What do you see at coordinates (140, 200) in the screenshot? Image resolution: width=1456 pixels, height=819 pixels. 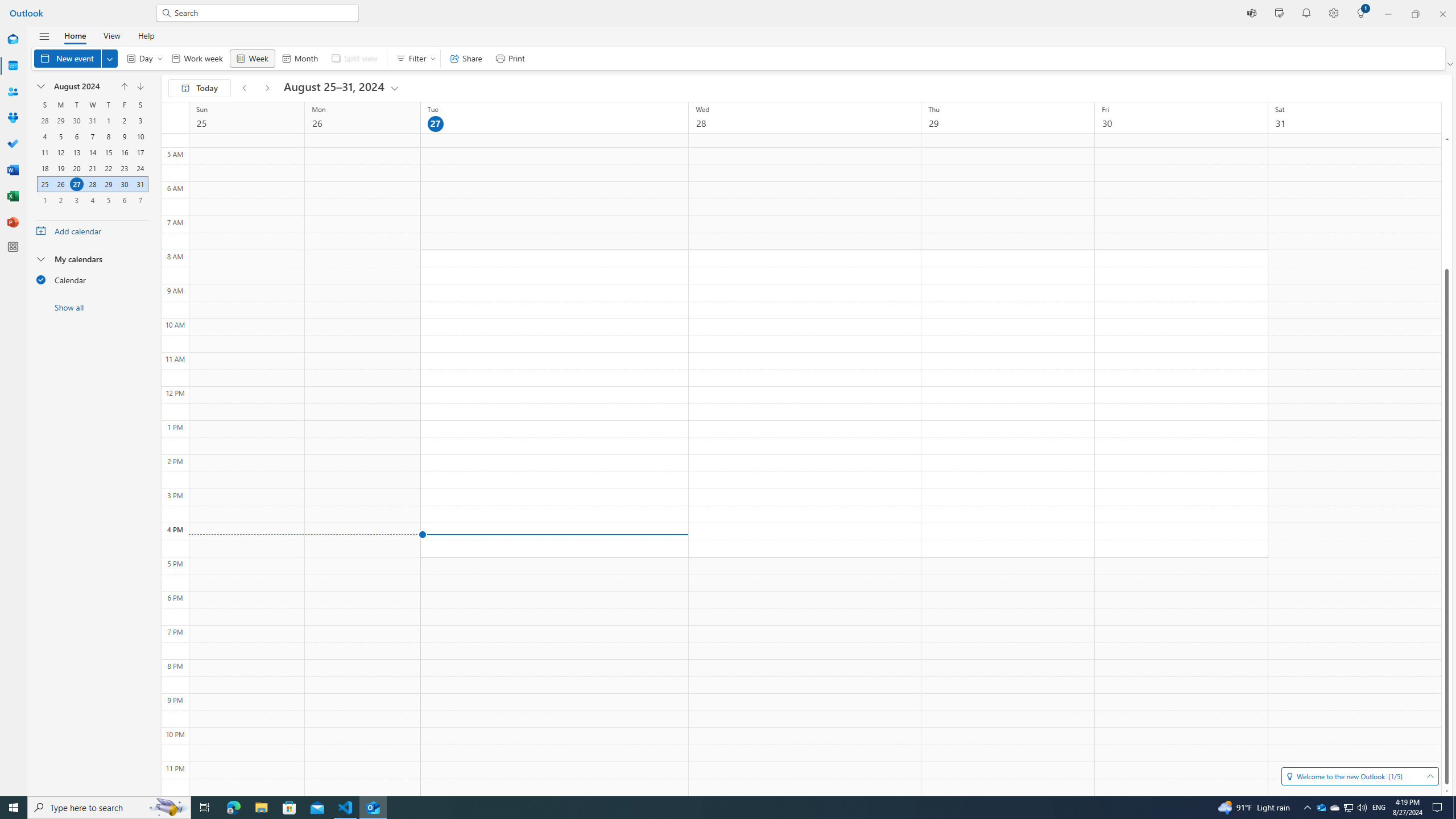 I see `'7, September, 2024'` at bounding box center [140, 200].